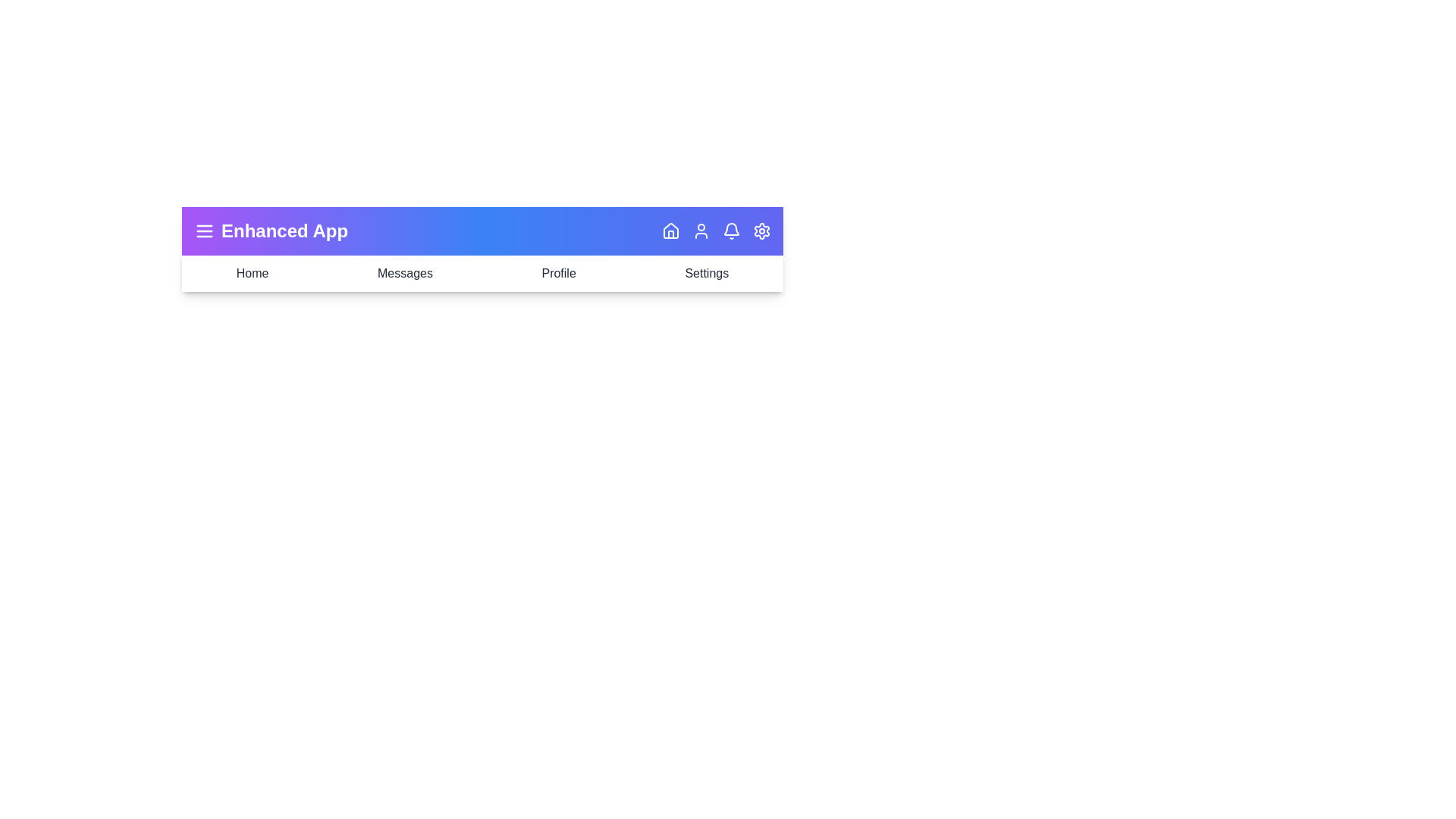 The width and height of the screenshot is (1456, 819). Describe the element at coordinates (705, 274) in the screenshot. I see `the navigation item Settings to see its hover effect` at that location.